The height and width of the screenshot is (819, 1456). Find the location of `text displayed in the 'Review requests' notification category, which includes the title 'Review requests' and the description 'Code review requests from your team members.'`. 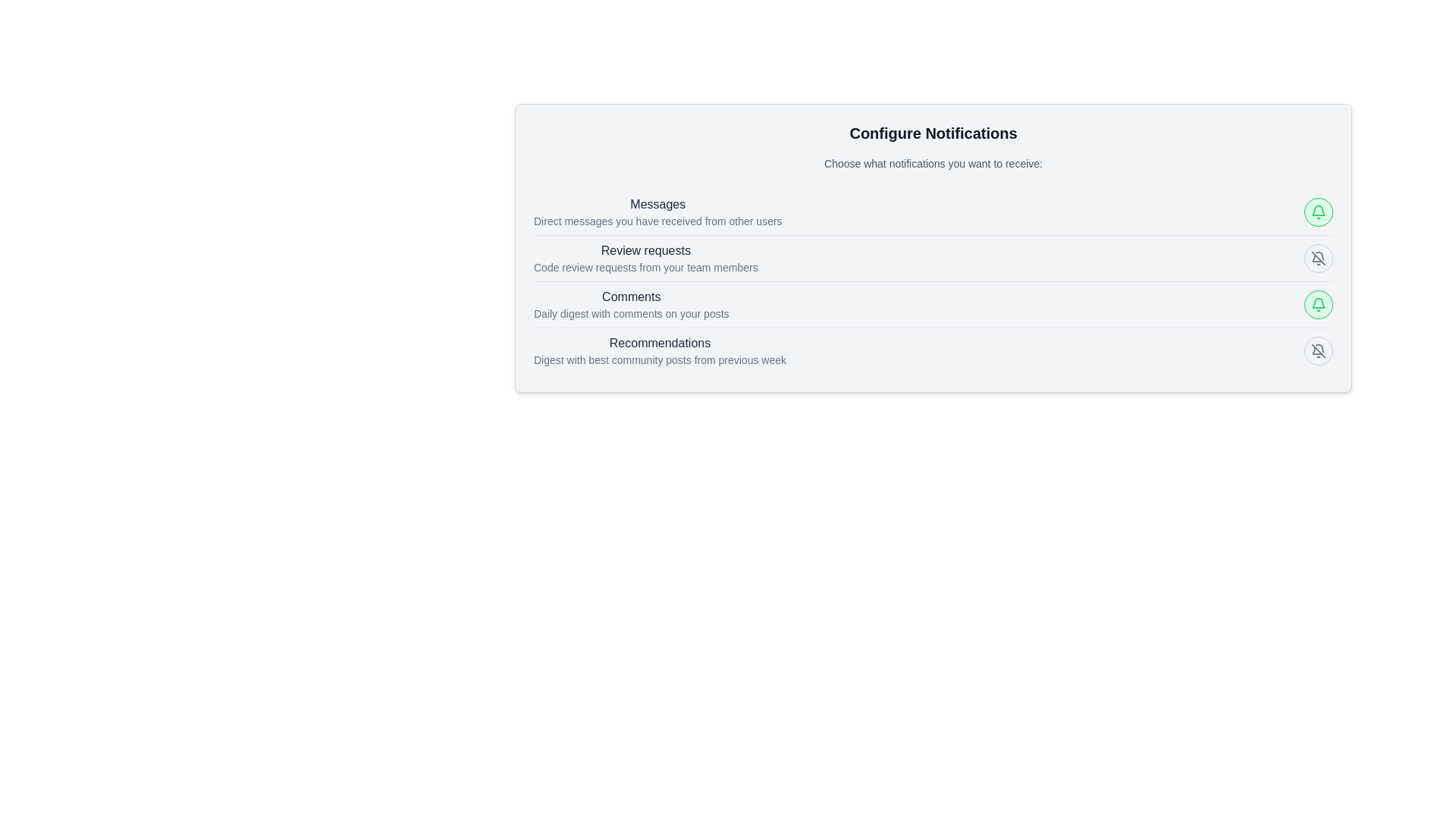

text displayed in the 'Review requests' notification category, which includes the title 'Review requests' and the description 'Code review requests from your team members.' is located at coordinates (645, 257).